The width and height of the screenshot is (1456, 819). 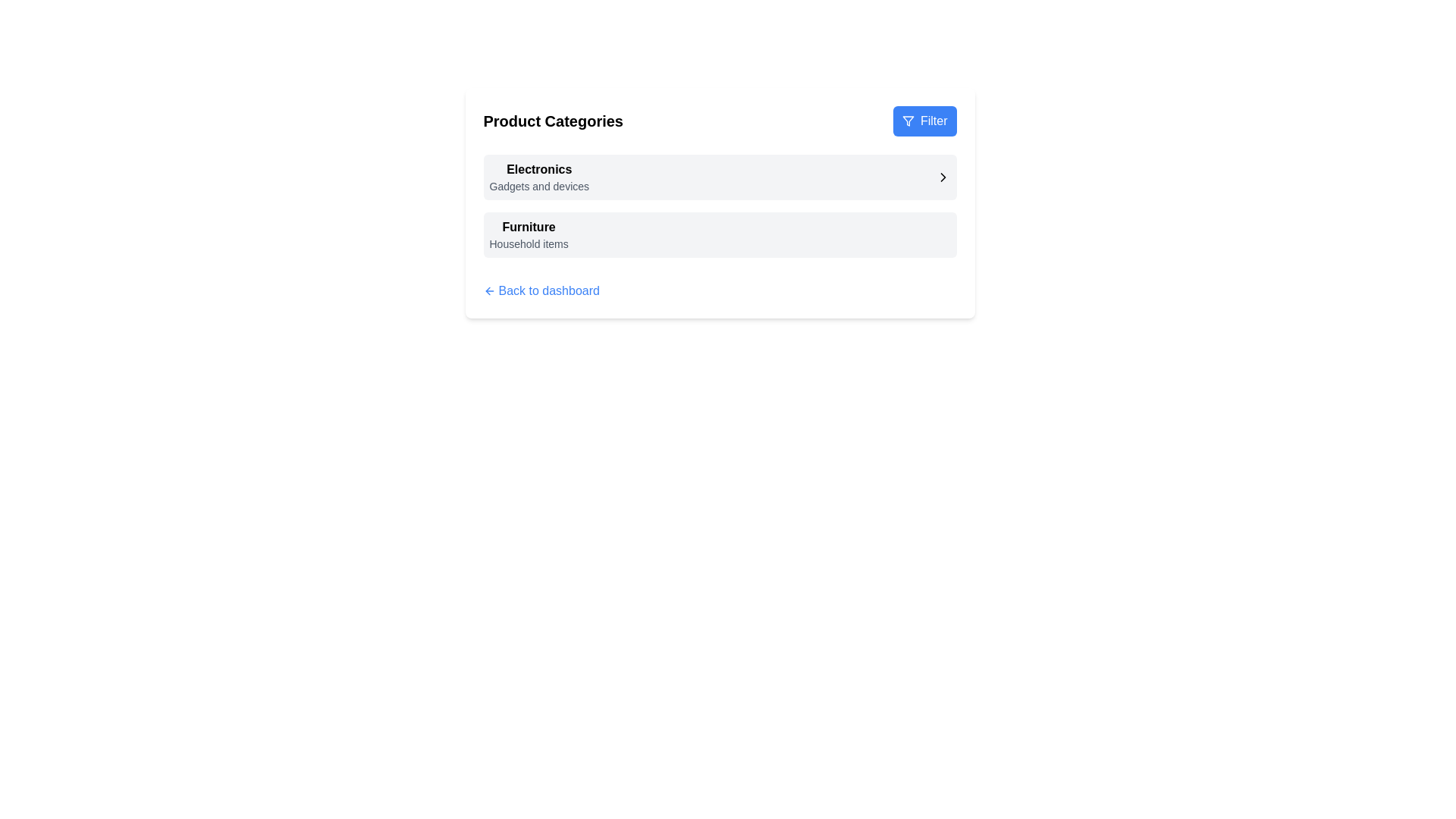 What do you see at coordinates (539, 169) in the screenshot?
I see `the bold text label displaying 'Electronics', which is positioned above the smaller gray text 'Gadgets and devices' in the list interface` at bounding box center [539, 169].